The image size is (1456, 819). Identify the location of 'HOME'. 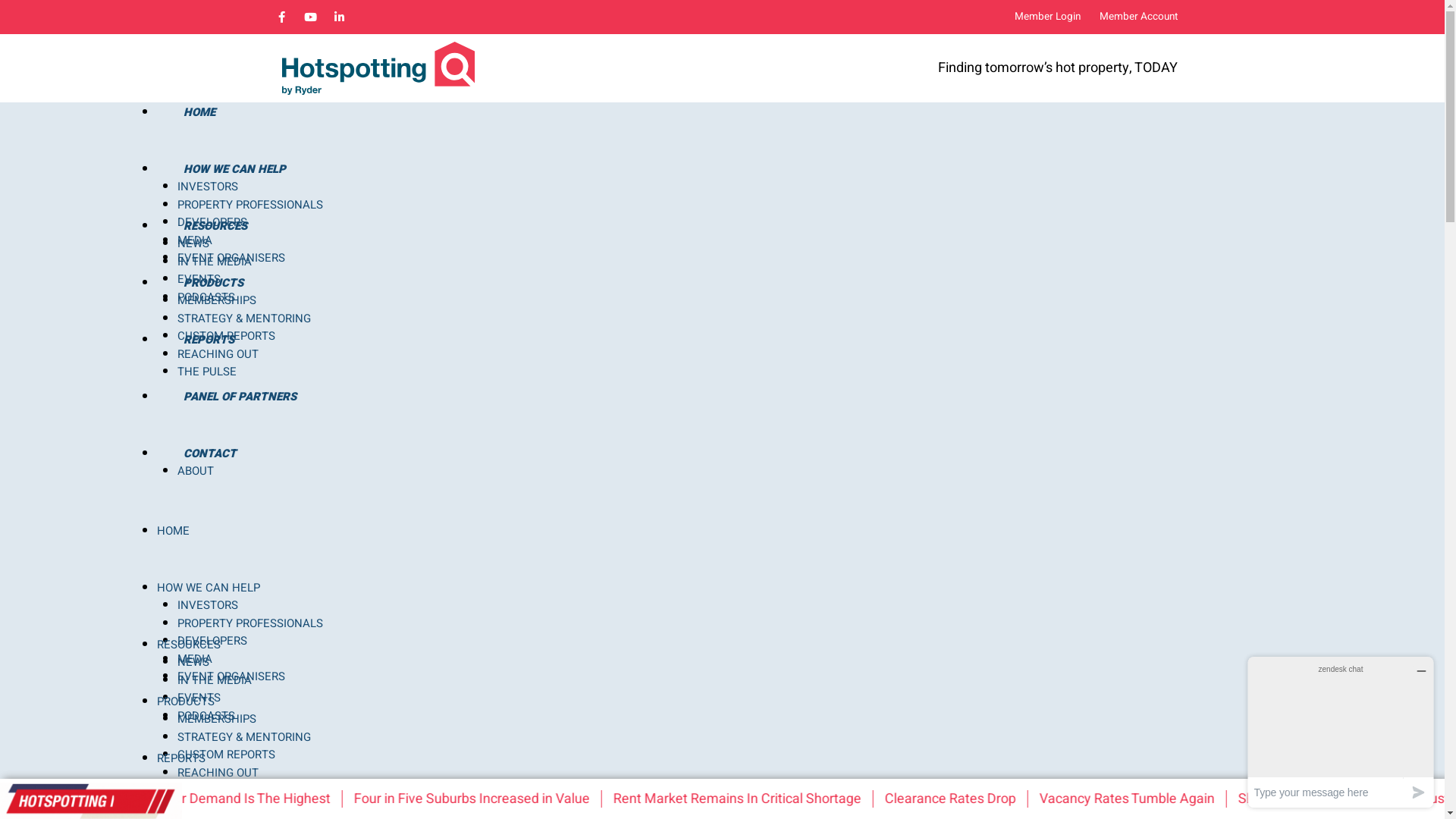
(156, 111).